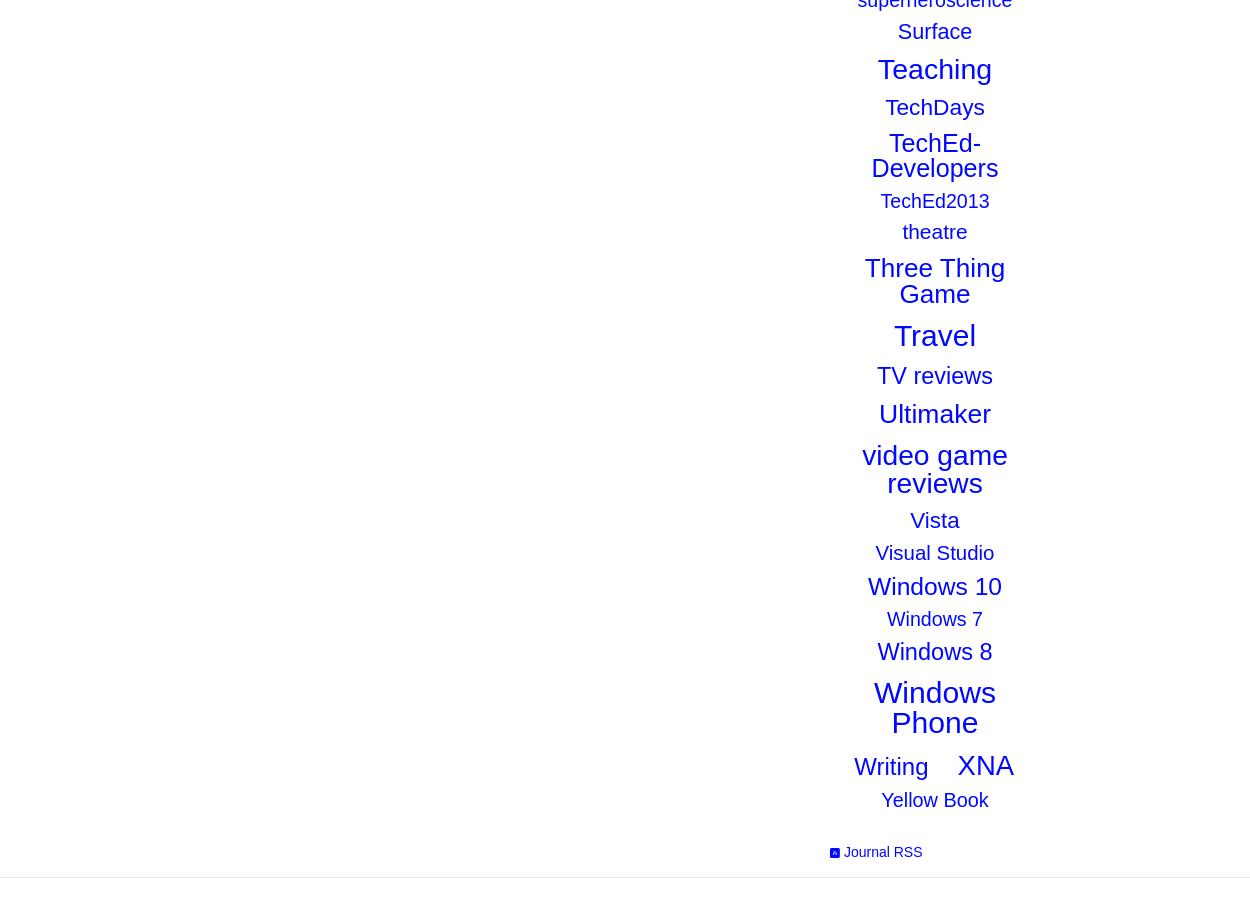 The width and height of the screenshot is (1250, 922). I want to click on 'TV reviews', so click(934, 373).